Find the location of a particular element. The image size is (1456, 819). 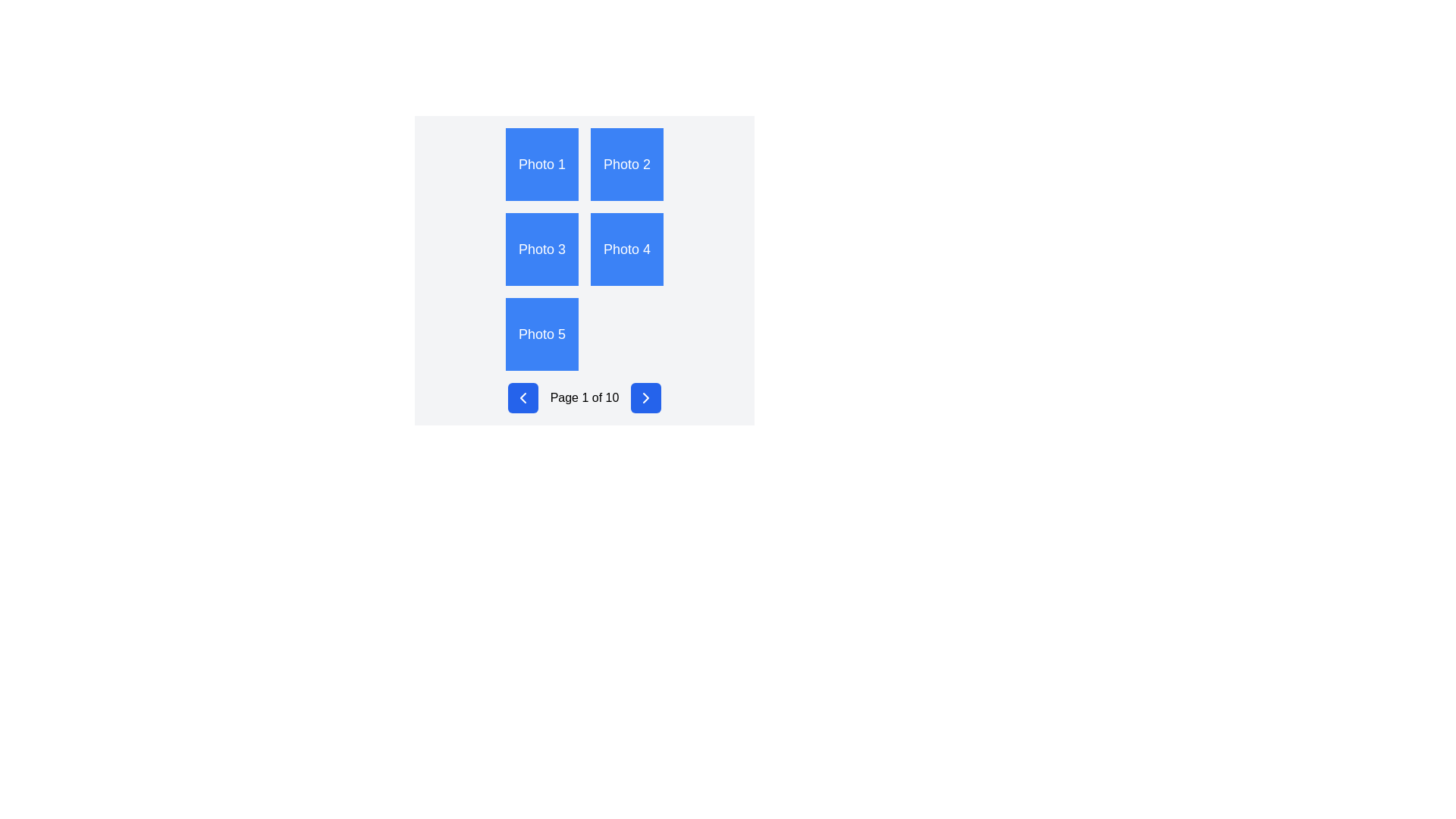

the leftward-pointing chevron-shaped icon in the navigation control section at the bottom of the viewport is located at coordinates (522, 397).